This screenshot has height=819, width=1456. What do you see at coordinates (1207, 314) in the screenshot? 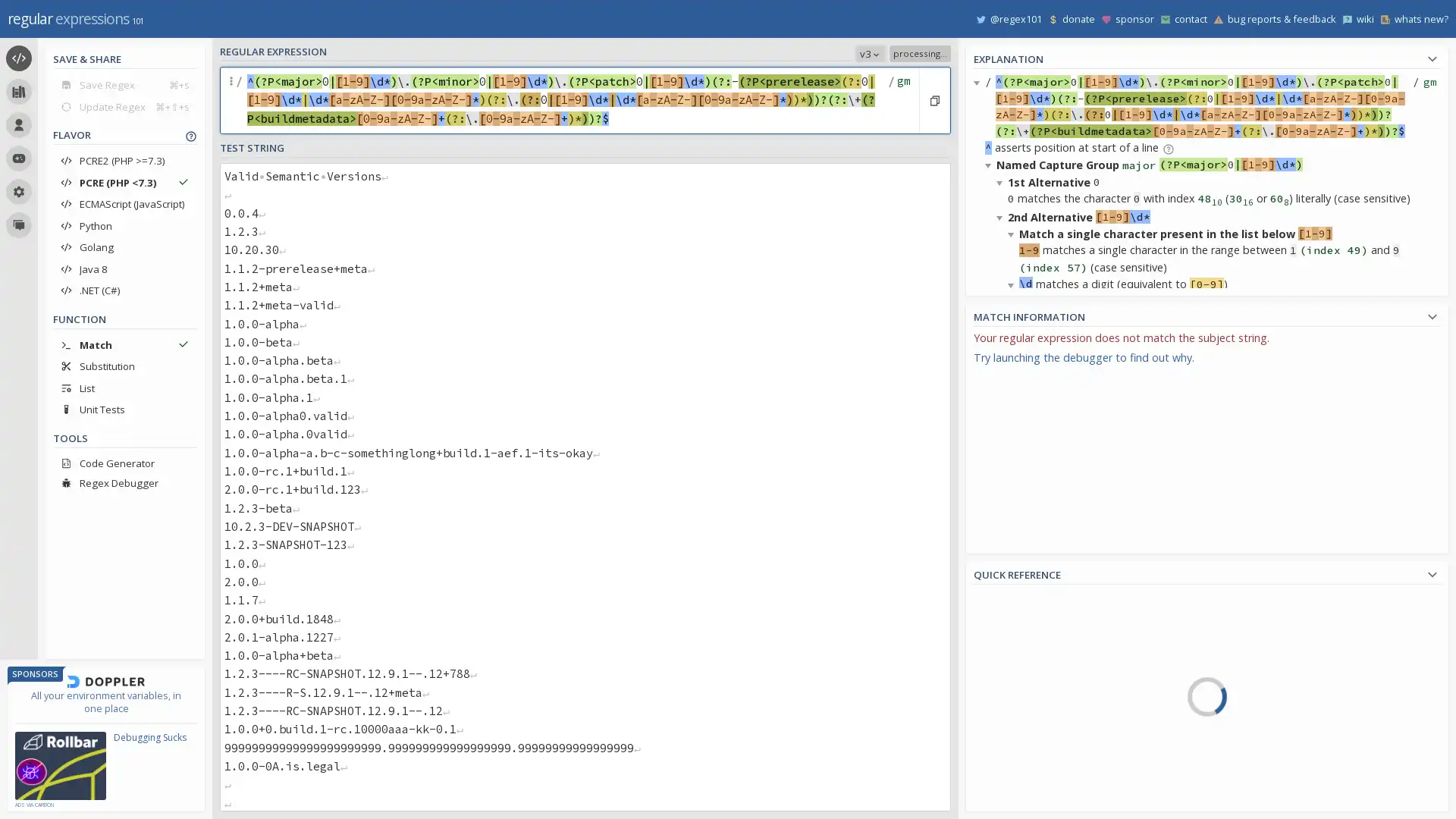
I see `MATCH INFORMATION` at bounding box center [1207, 314].